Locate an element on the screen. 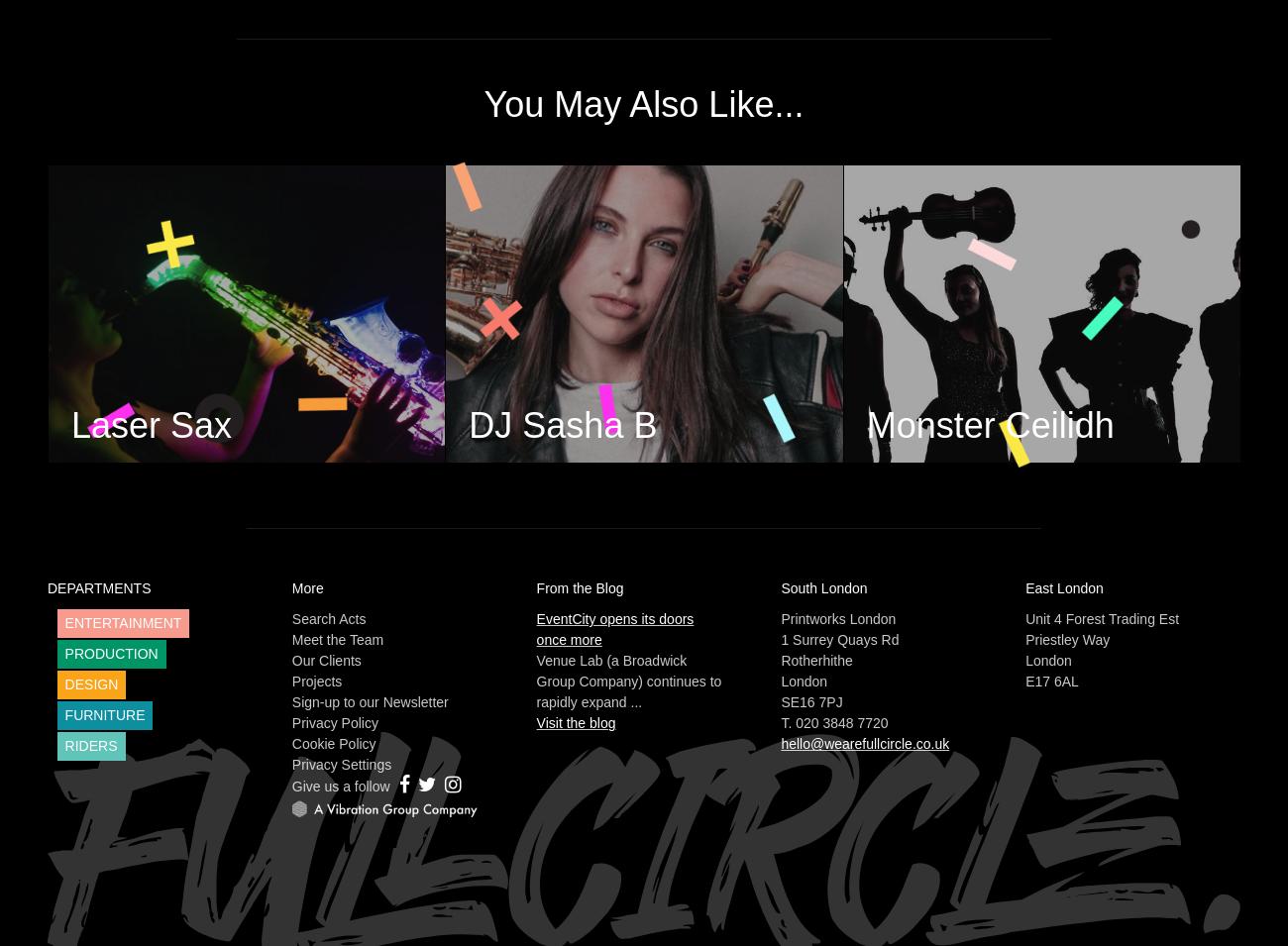  'Privacy Policy' is located at coordinates (333, 722).